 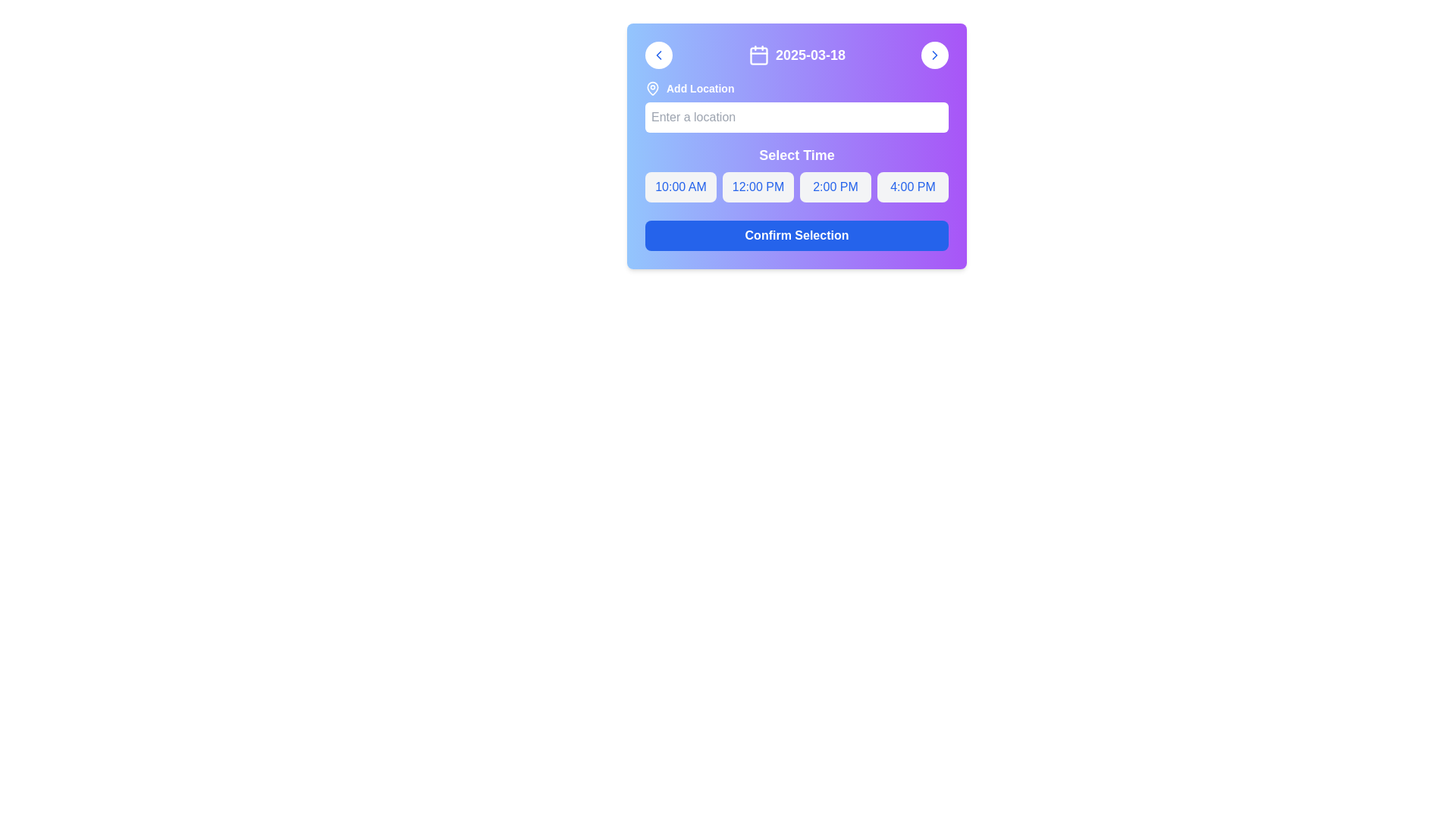 What do you see at coordinates (912, 186) in the screenshot?
I see `the fourth time-selection button labeled '4:00 PM'` at bounding box center [912, 186].